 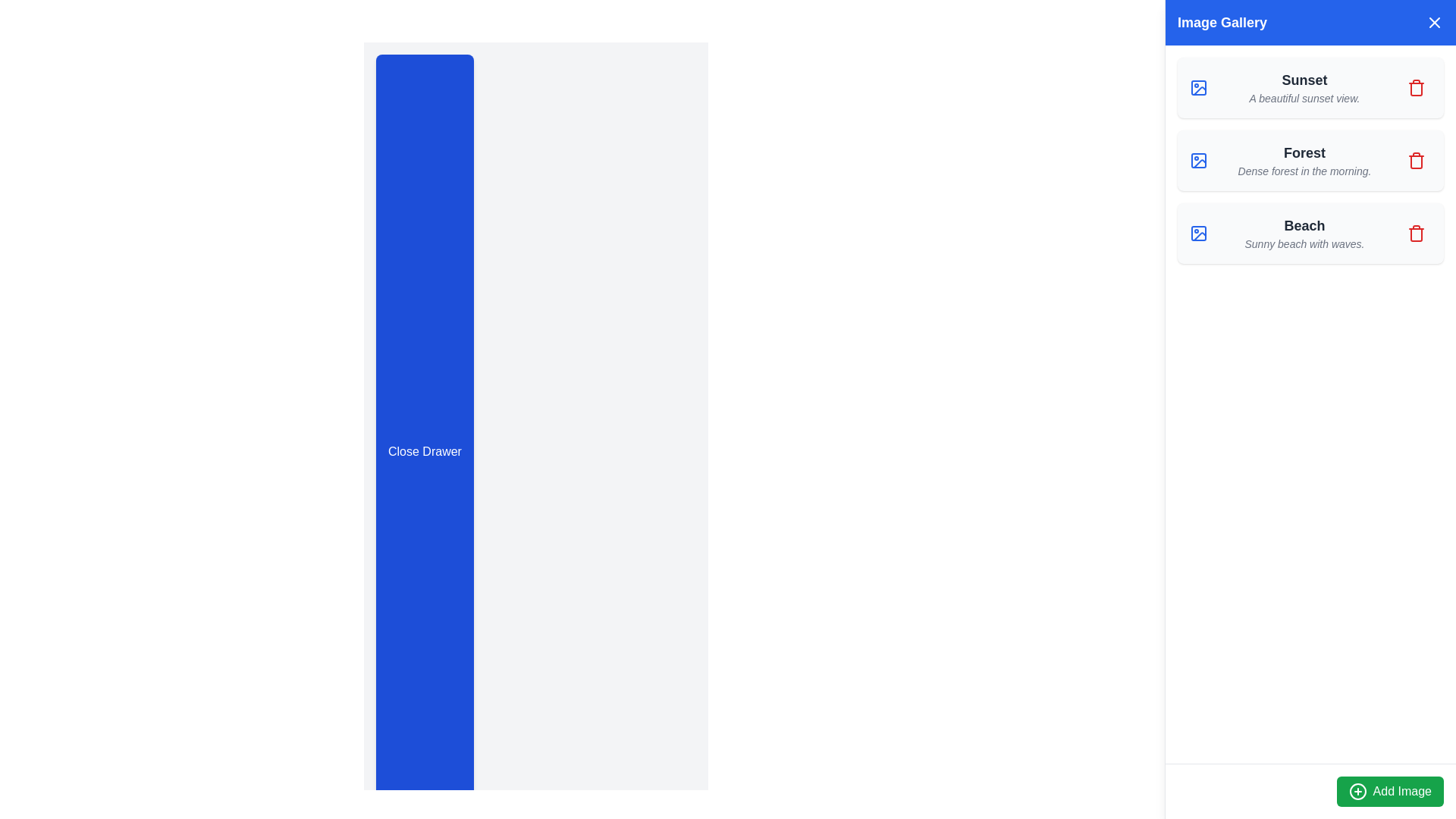 I want to click on the red trash can icon, which is the second icon to the right of the 'Forest' image title in the 'Image Gallery' section, so click(x=1415, y=161).